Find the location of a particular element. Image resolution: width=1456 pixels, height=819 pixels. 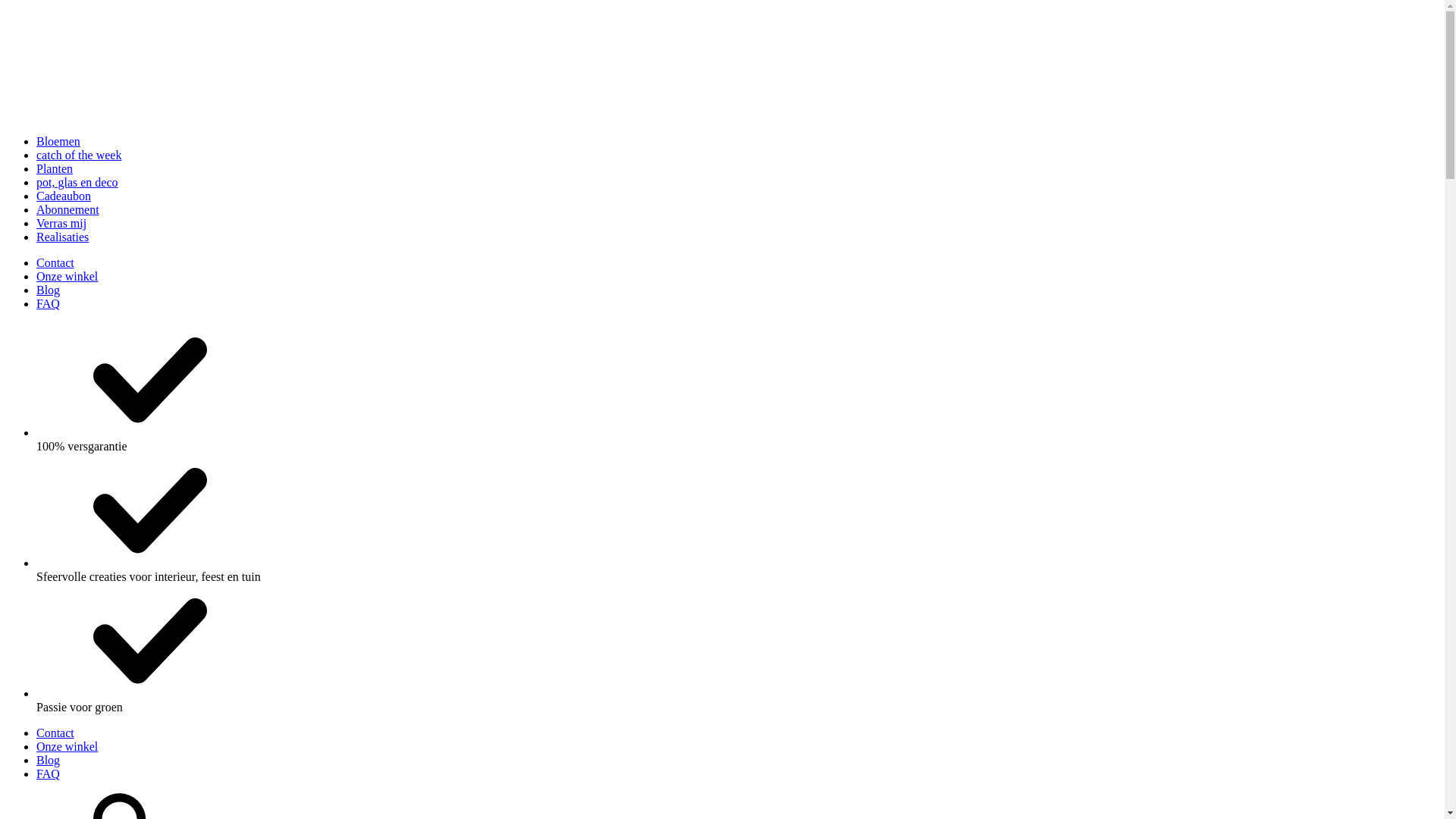

'pot, glas en deco' is located at coordinates (76, 181).